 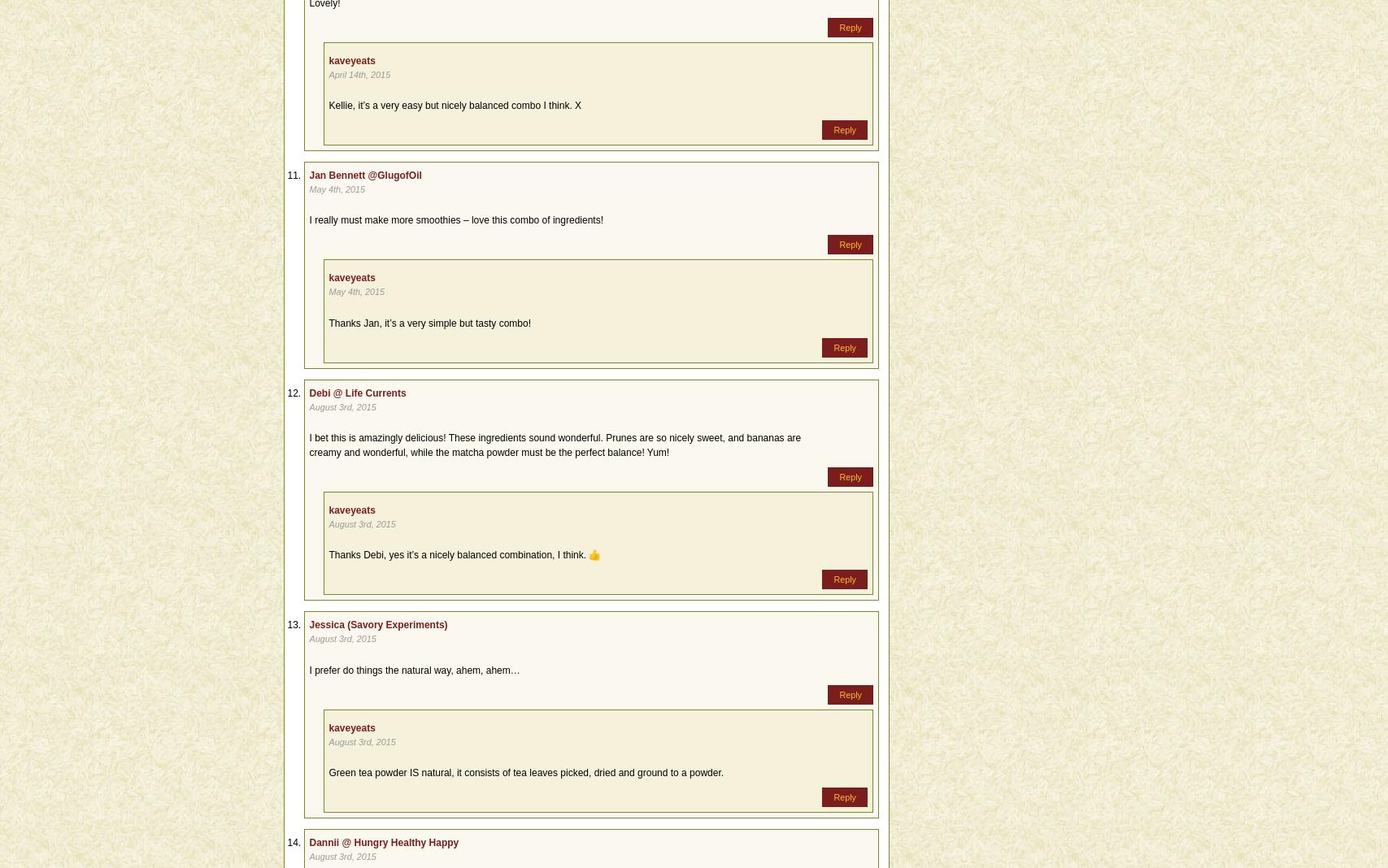 What do you see at coordinates (359, 72) in the screenshot?
I see `'April 14th, 2015'` at bounding box center [359, 72].